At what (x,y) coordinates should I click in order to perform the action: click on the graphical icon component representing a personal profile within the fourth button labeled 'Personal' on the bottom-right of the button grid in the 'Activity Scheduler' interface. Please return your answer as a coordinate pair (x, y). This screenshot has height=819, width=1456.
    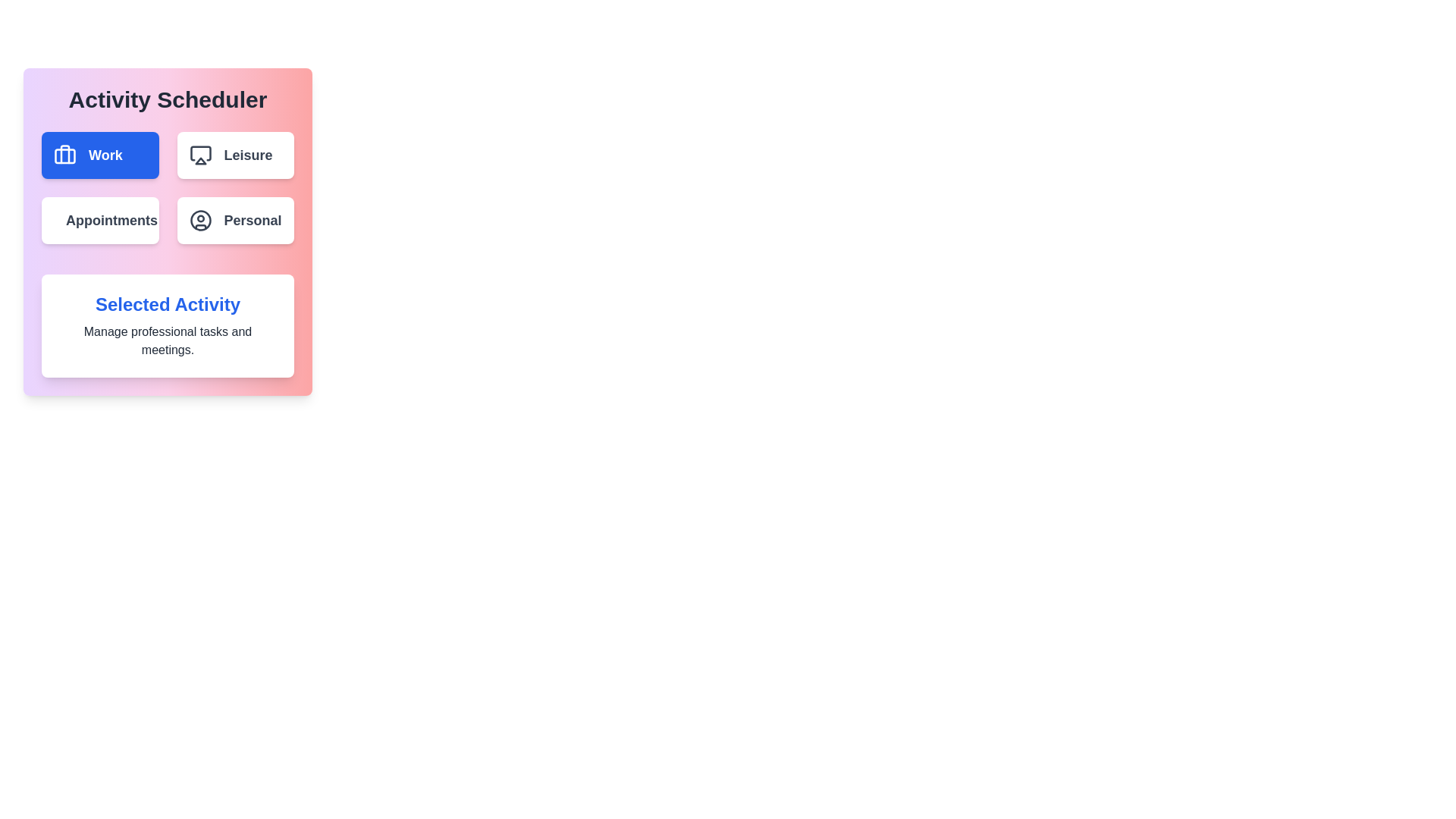
    Looking at the image, I should click on (199, 220).